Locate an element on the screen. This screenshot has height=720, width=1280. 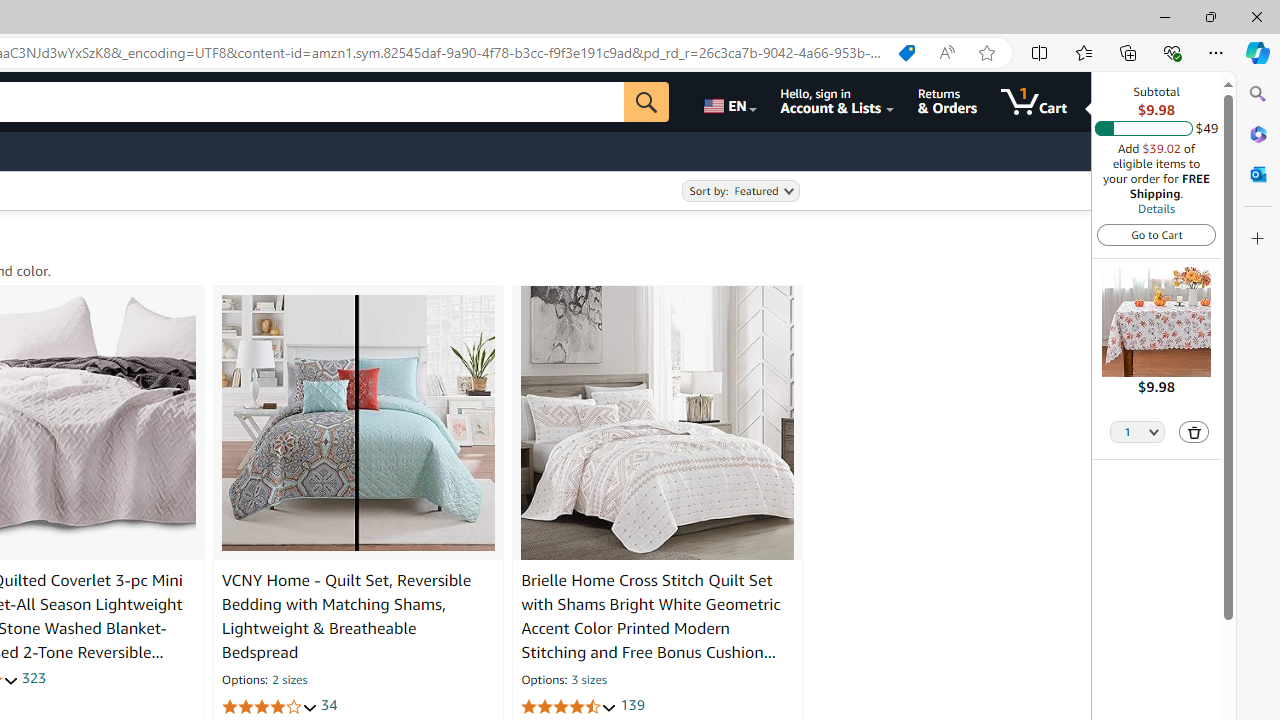
'3.9 out of 5 stars' is located at coordinates (268, 706).